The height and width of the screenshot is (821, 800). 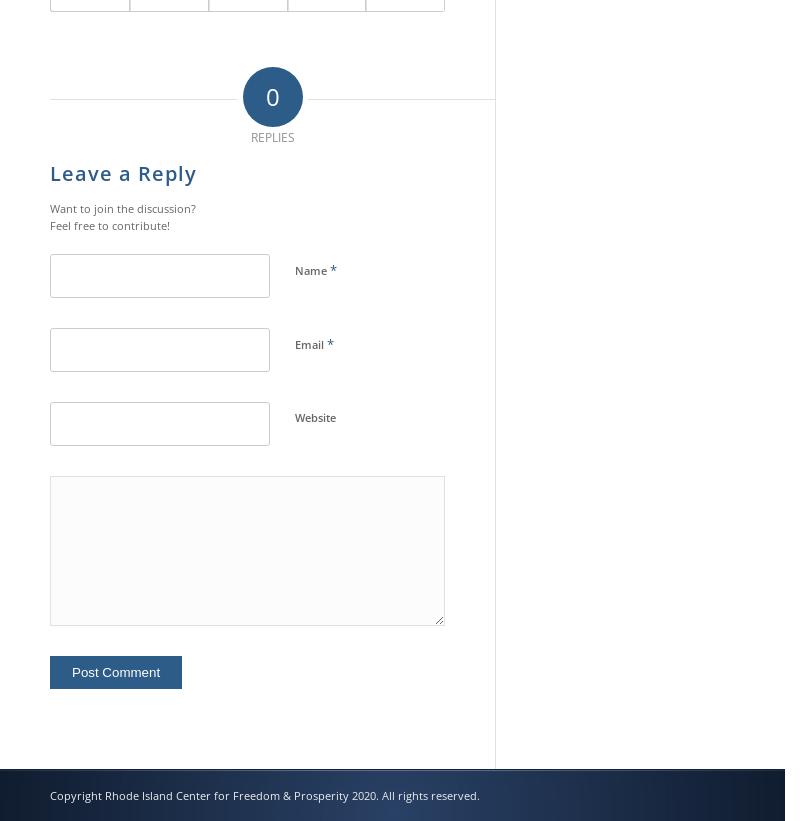 What do you see at coordinates (310, 344) in the screenshot?
I see `'Email'` at bounding box center [310, 344].